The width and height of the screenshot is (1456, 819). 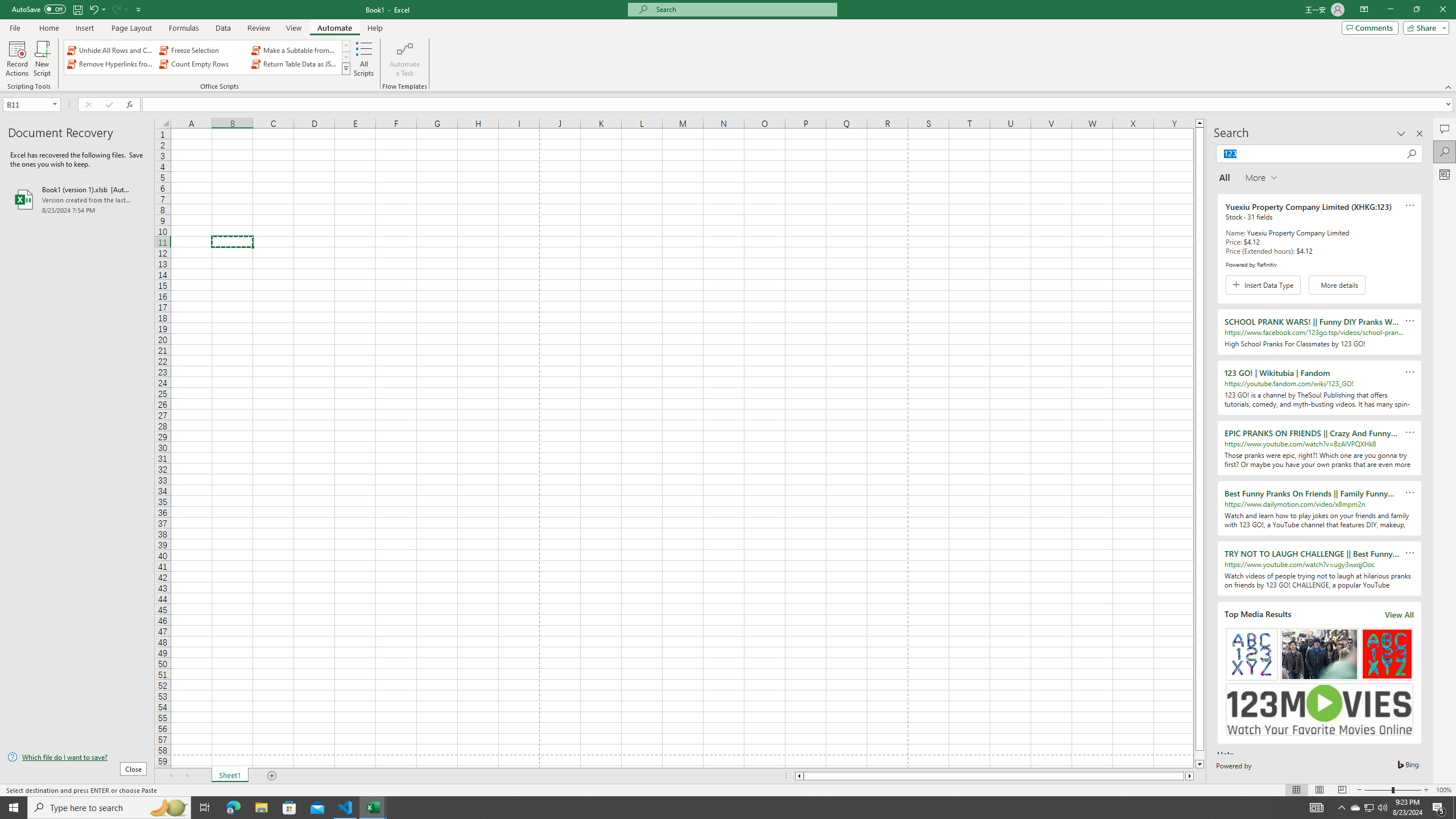 I want to click on 'Automate a Task', so click(x=404, y=59).